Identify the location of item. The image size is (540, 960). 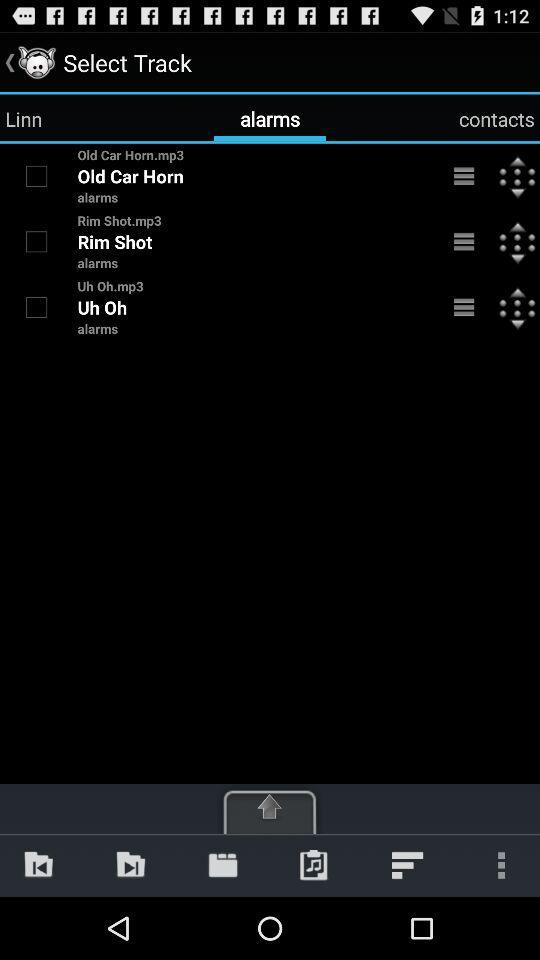
(36, 307).